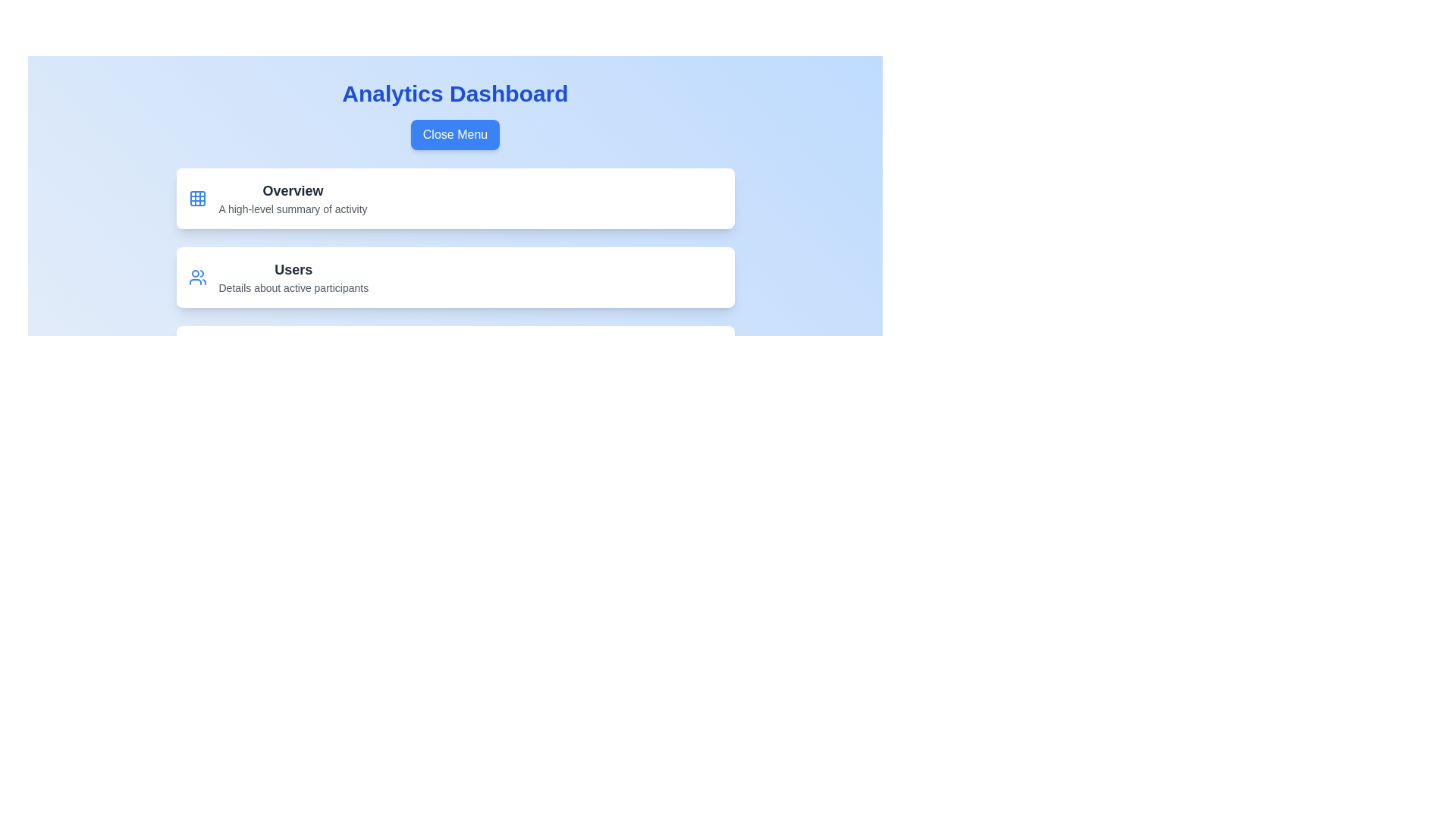 The image size is (1456, 819). What do you see at coordinates (293, 190) in the screenshot?
I see `the menu item labeled 'Overview'` at bounding box center [293, 190].